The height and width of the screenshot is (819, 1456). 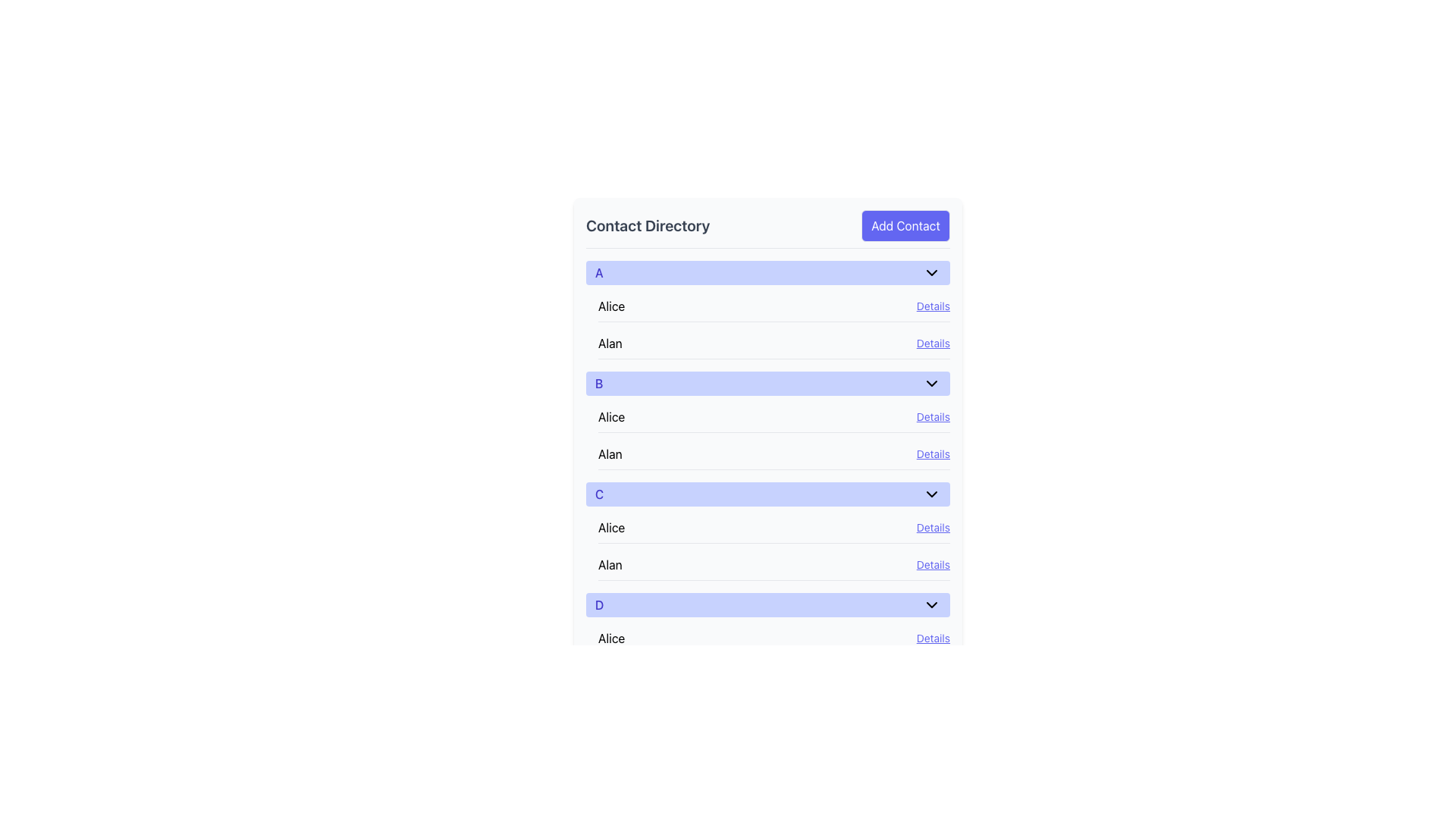 What do you see at coordinates (930, 271) in the screenshot?
I see `the chevron icon button located at the far right of the row header labeled 'A'` at bounding box center [930, 271].